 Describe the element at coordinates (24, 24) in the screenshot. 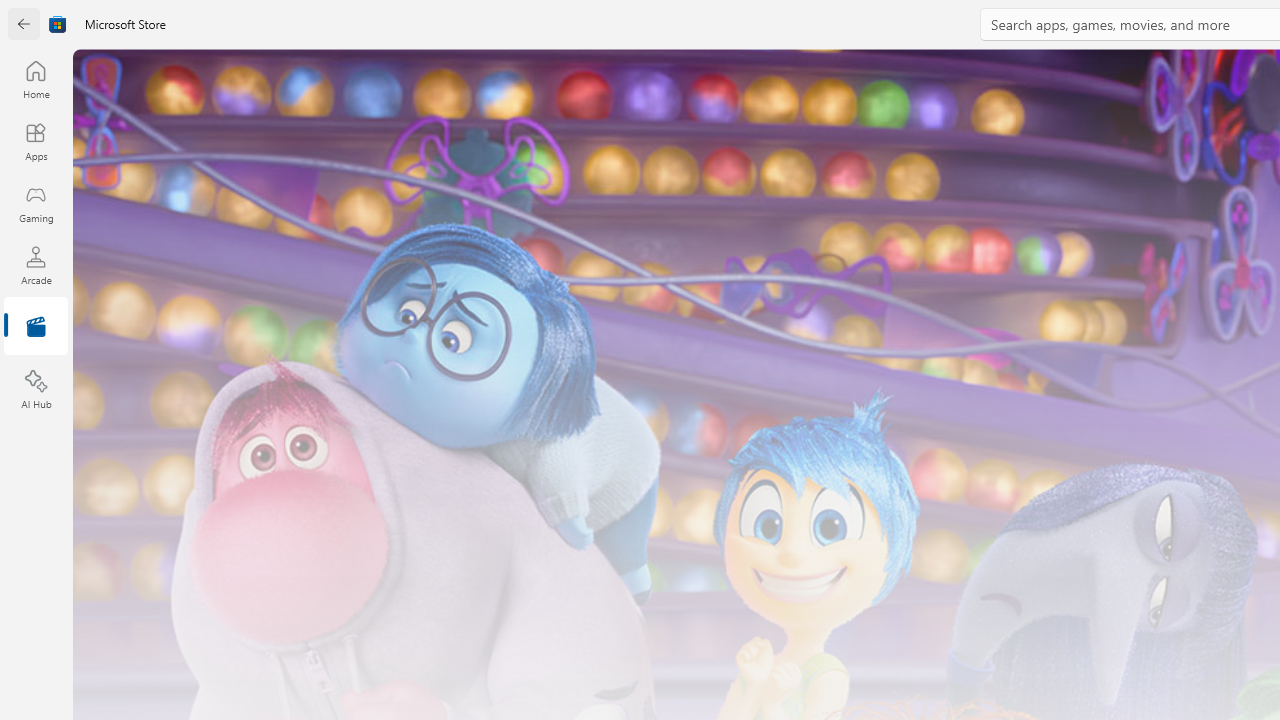

I see `'Back'` at that location.